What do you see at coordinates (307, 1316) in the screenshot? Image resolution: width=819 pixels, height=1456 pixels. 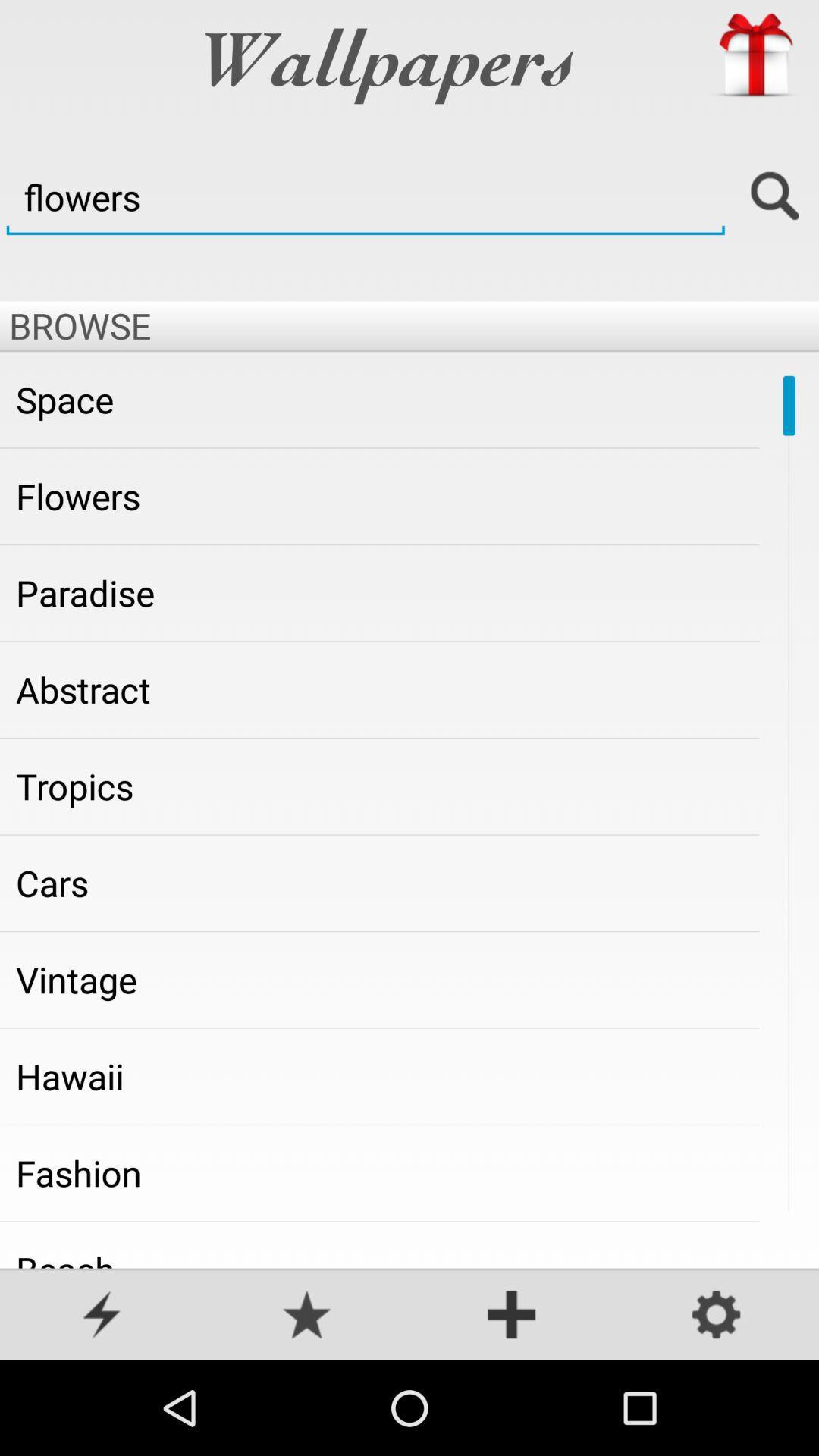 I see `as favorite` at bounding box center [307, 1316].